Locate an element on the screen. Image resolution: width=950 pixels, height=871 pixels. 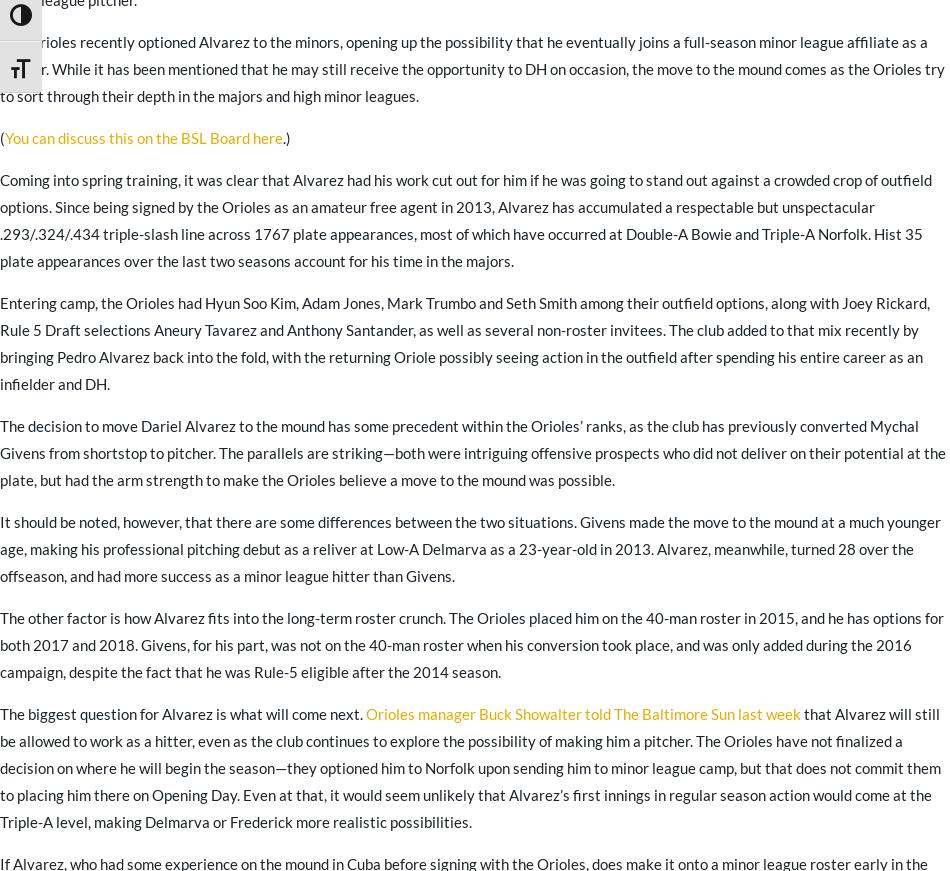
'Entering camp, the Orioles had Hyun Soo Kim, Adam Jones, Mark Trumbo and Seth Smith among their outfield options, along with Joey Rickard, Rule 5 Draft selections Aneury Tavarez and Anthony Santander, as well as several non-roster invitees. The club added to that mix recently by bringing Pedro Alvarez back into the fold, with the returning Oriole possibly seeing action in the outfield after spending his entire career as an infielder and DH.' is located at coordinates (464, 342).